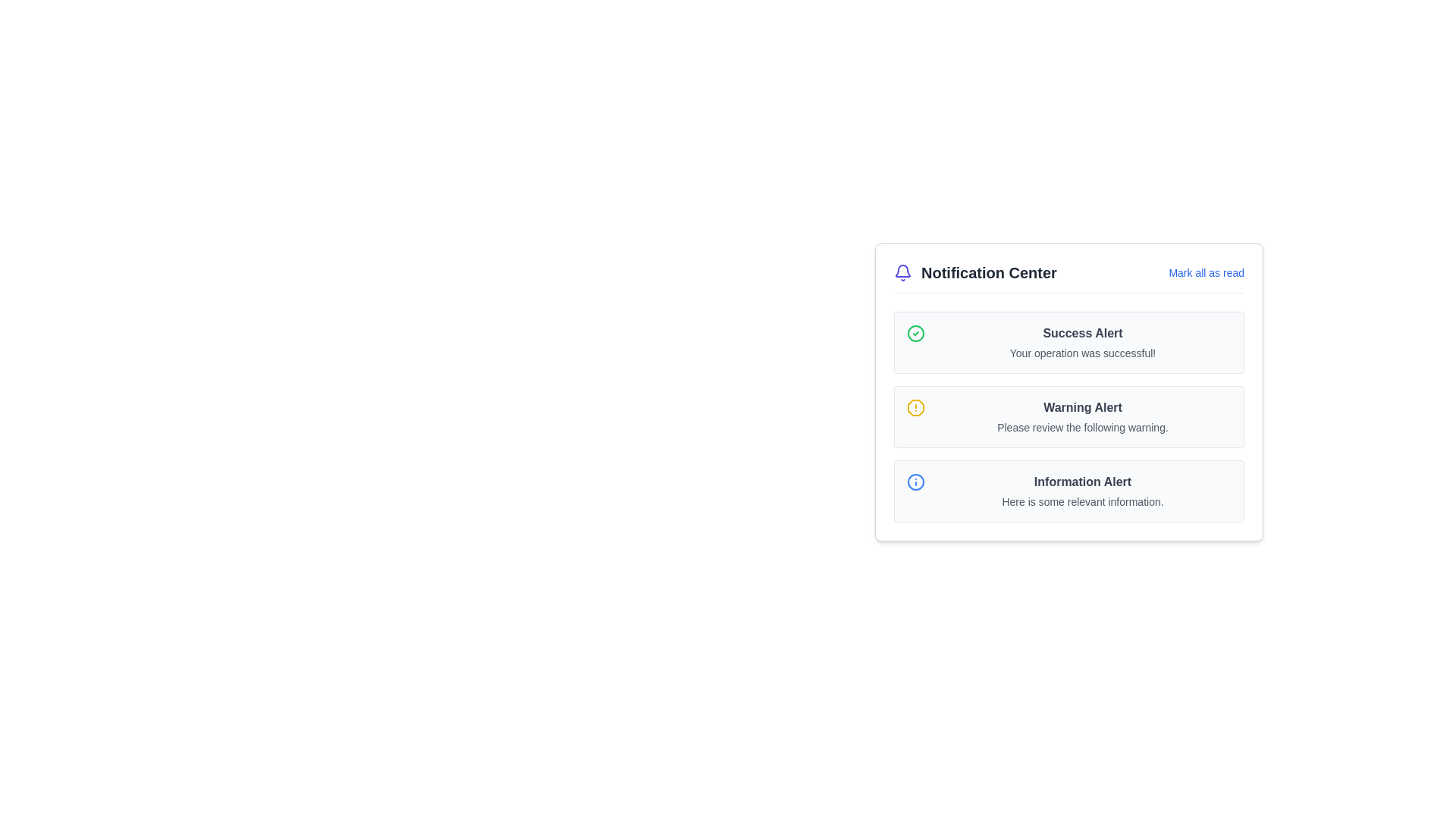 The image size is (1456, 819). I want to click on the text label that reads 'Here is some relevant information.' which is styled with a smaller font size and gray color, located at the bottom of the third notification in the Notification Center interface, so click(1082, 502).